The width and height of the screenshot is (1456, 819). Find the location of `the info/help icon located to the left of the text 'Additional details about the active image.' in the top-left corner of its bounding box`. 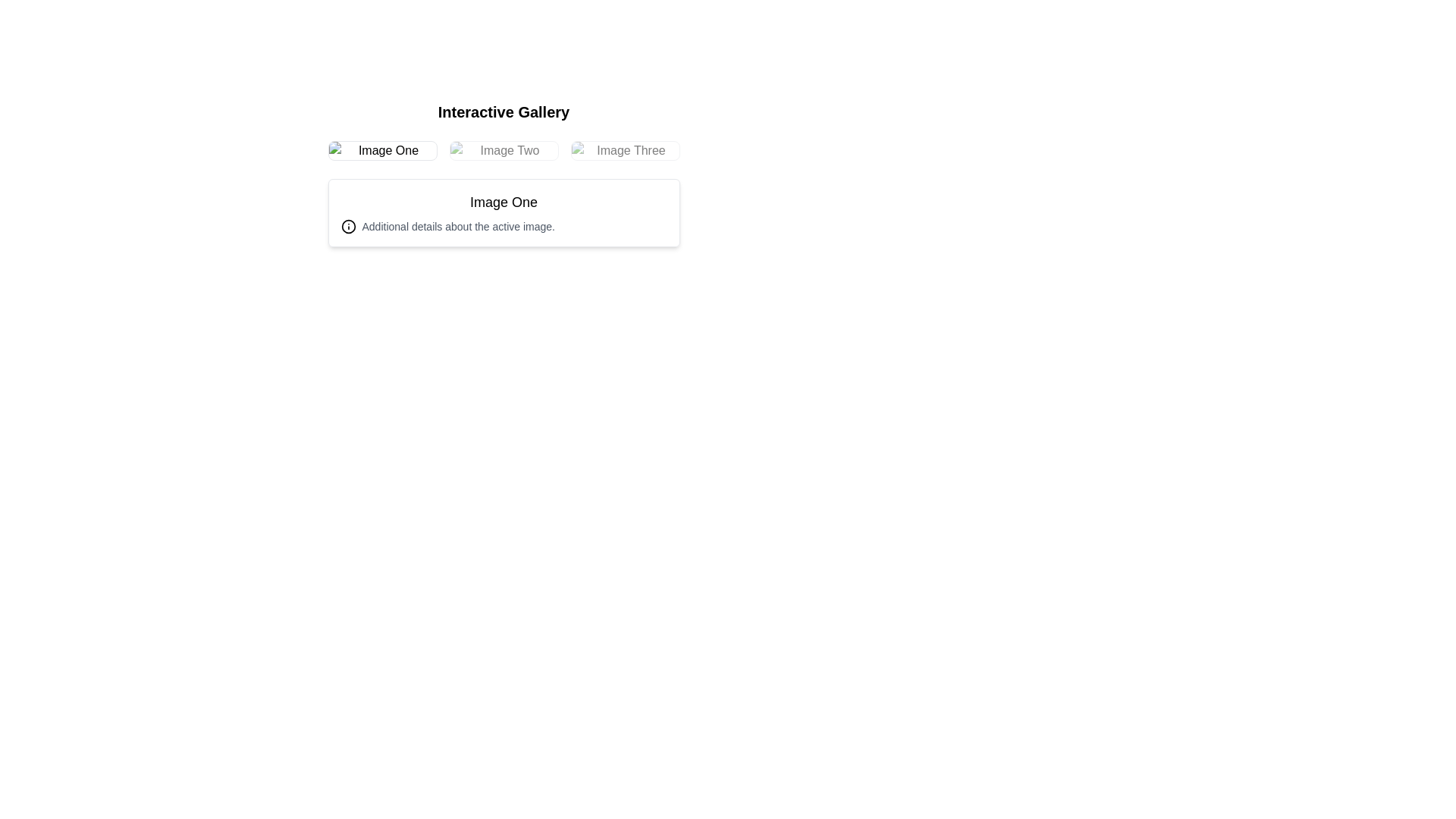

the info/help icon located to the left of the text 'Additional details about the active image.' in the top-left corner of its bounding box is located at coordinates (347, 227).